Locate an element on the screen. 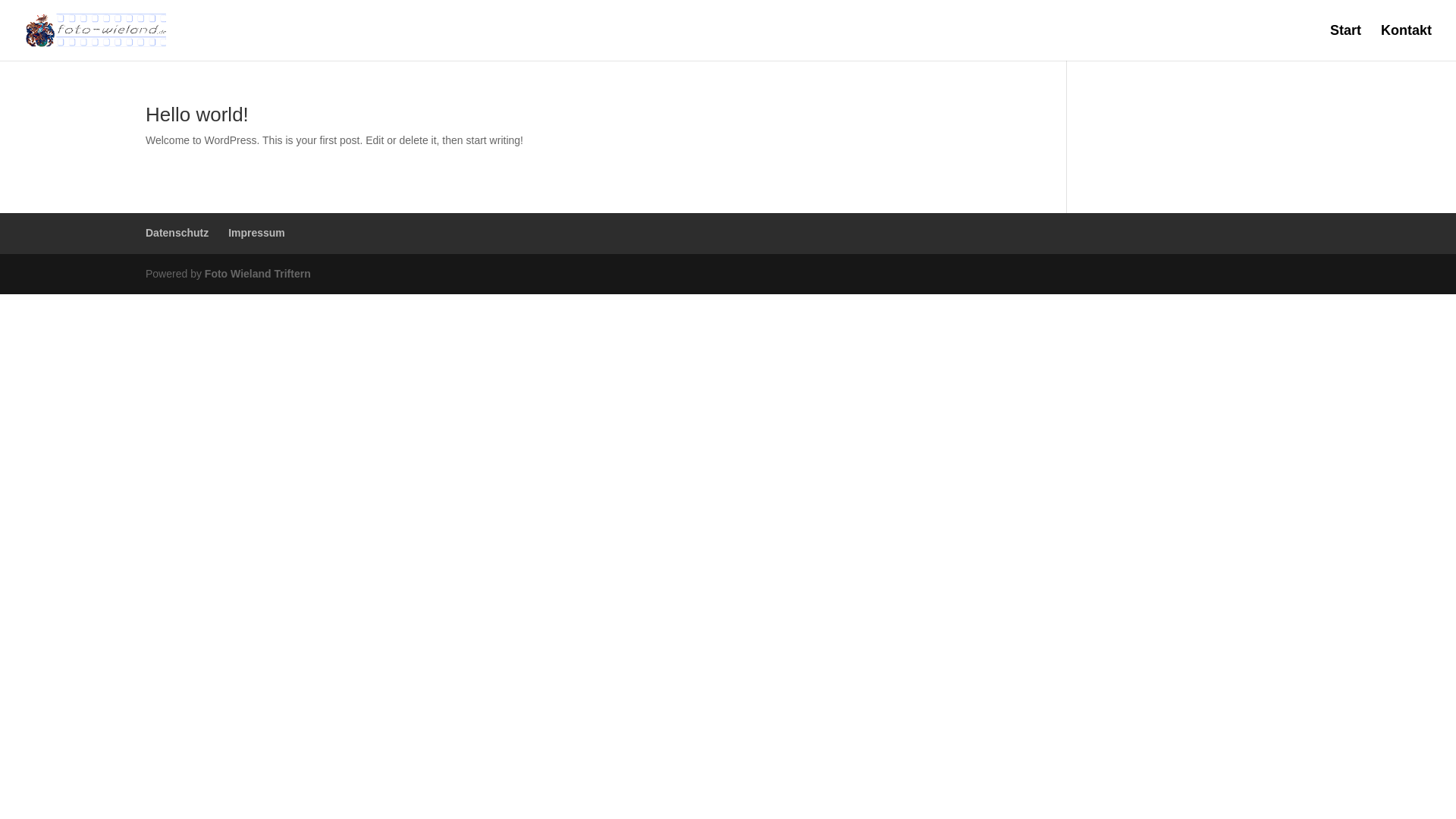 The image size is (1456, 819). 'Start' is located at coordinates (1329, 42).